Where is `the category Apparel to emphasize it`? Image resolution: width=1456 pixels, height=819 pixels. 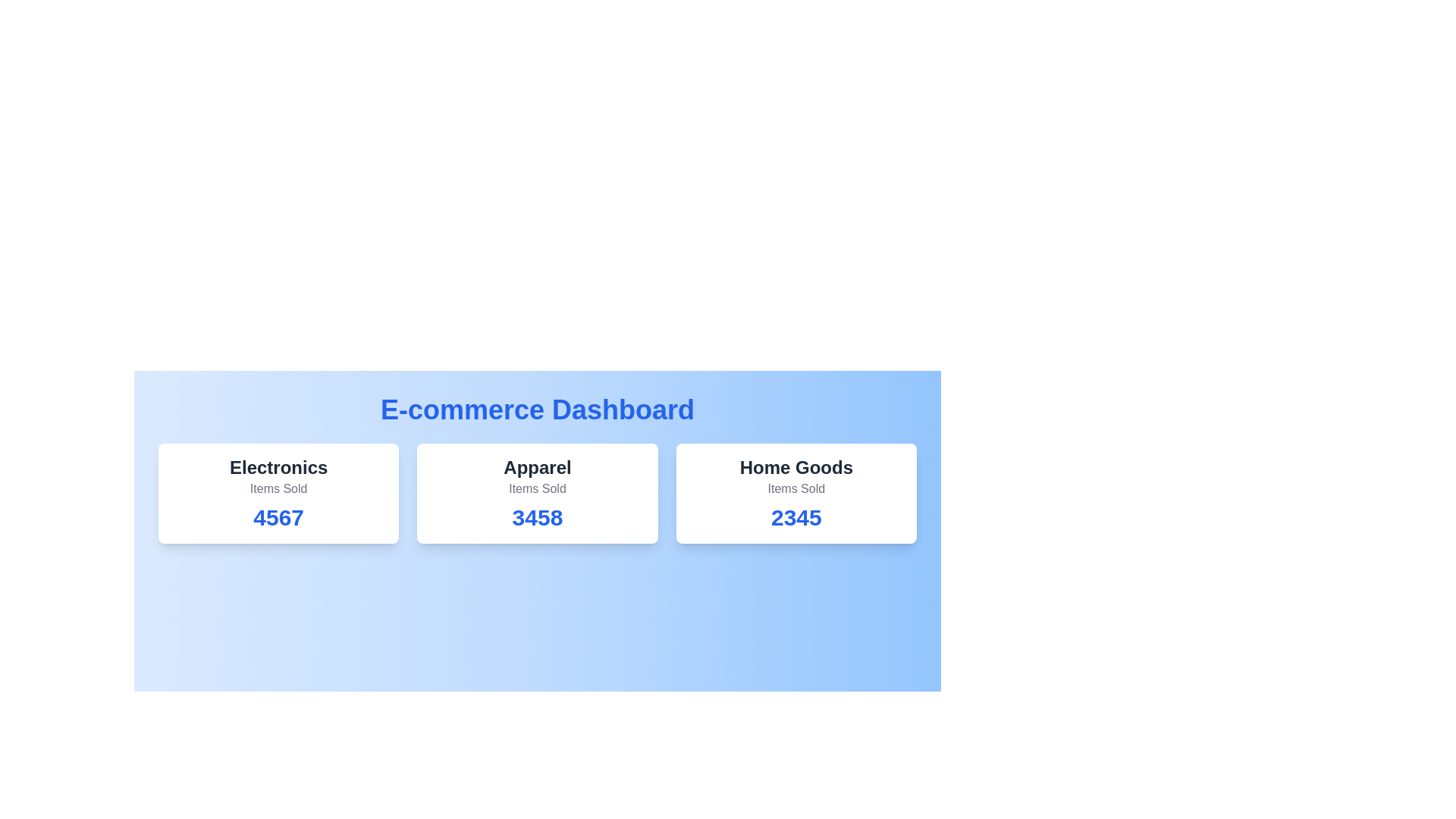 the category Apparel to emphasize it is located at coordinates (538, 467).